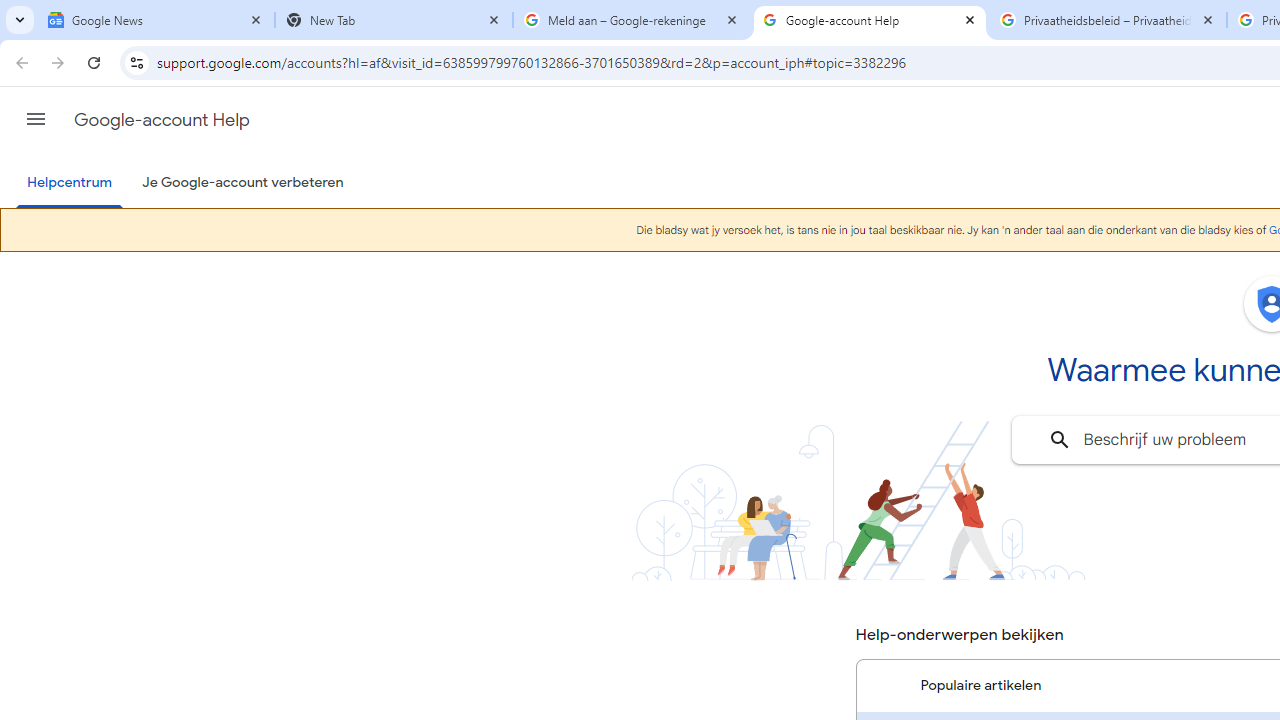 Image resolution: width=1280 pixels, height=720 pixels. I want to click on 'Helpcentrum', so click(69, 183).